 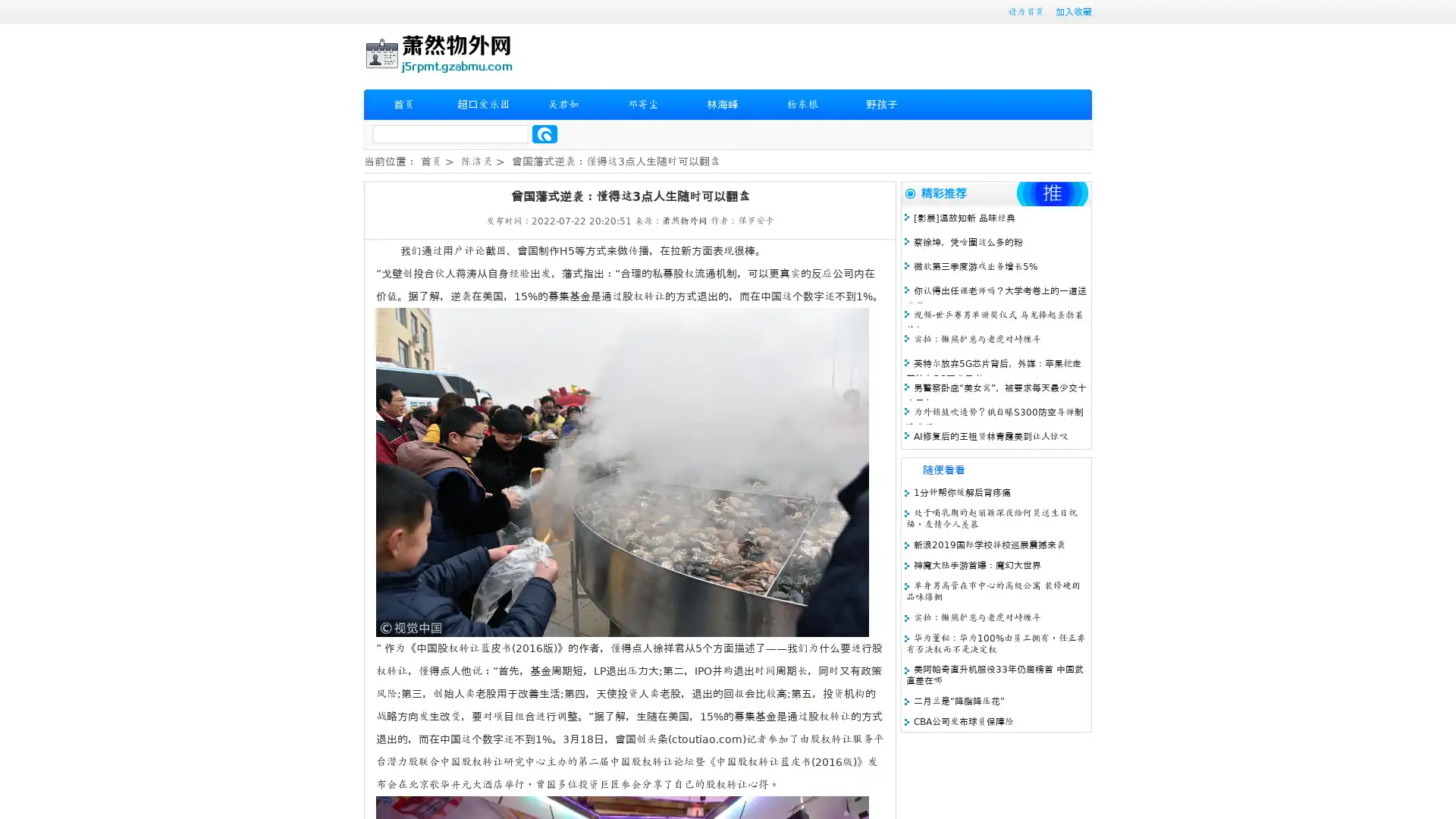 What do you see at coordinates (544, 133) in the screenshot?
I see `Search` at bounding box center [544, 133].